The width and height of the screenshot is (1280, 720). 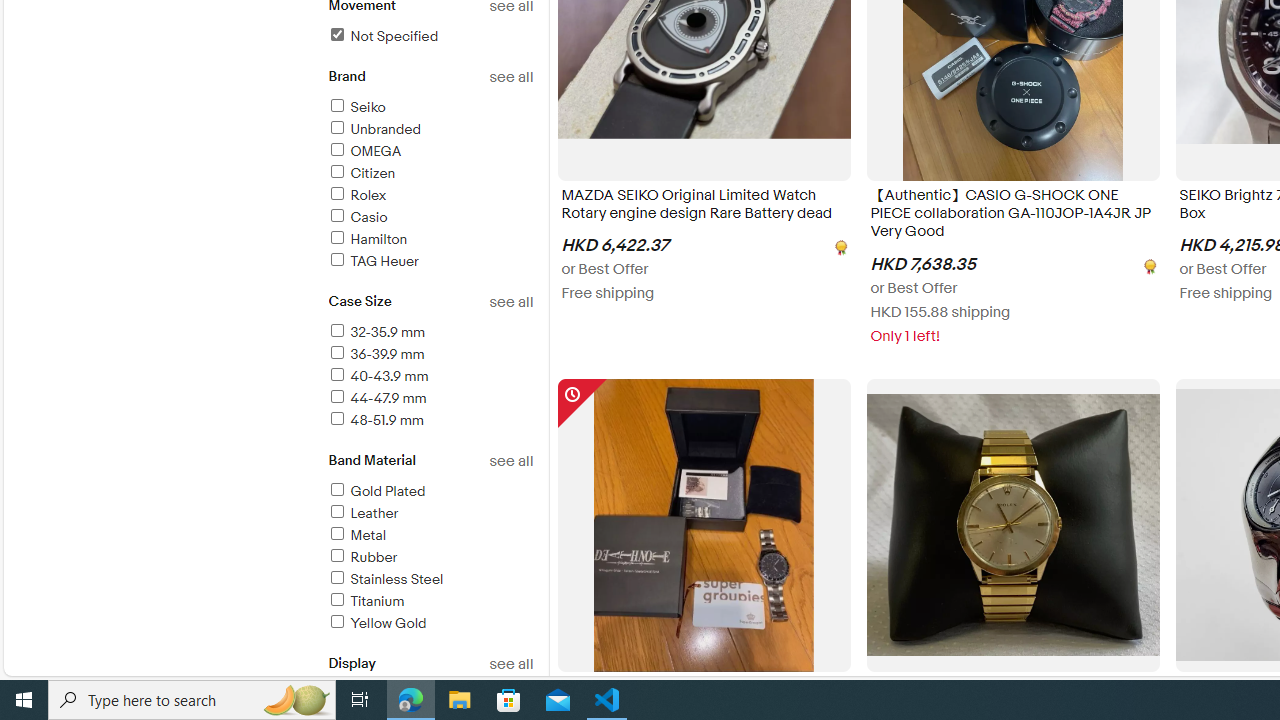 I want to click on 'Rolex', so click(x=356, y=195).